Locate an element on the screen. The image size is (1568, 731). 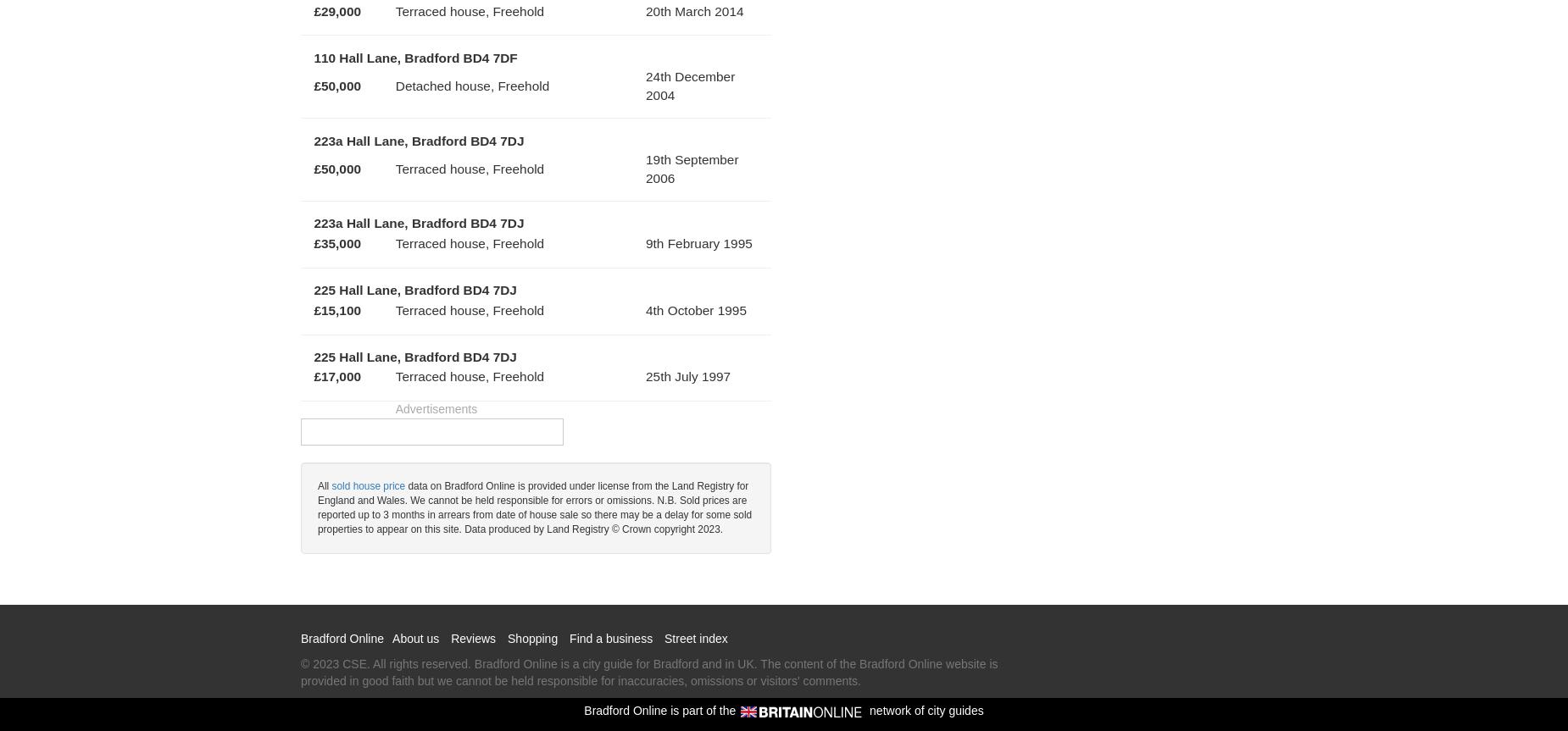
'25th July 1997' is located at coordinates (687, 375).